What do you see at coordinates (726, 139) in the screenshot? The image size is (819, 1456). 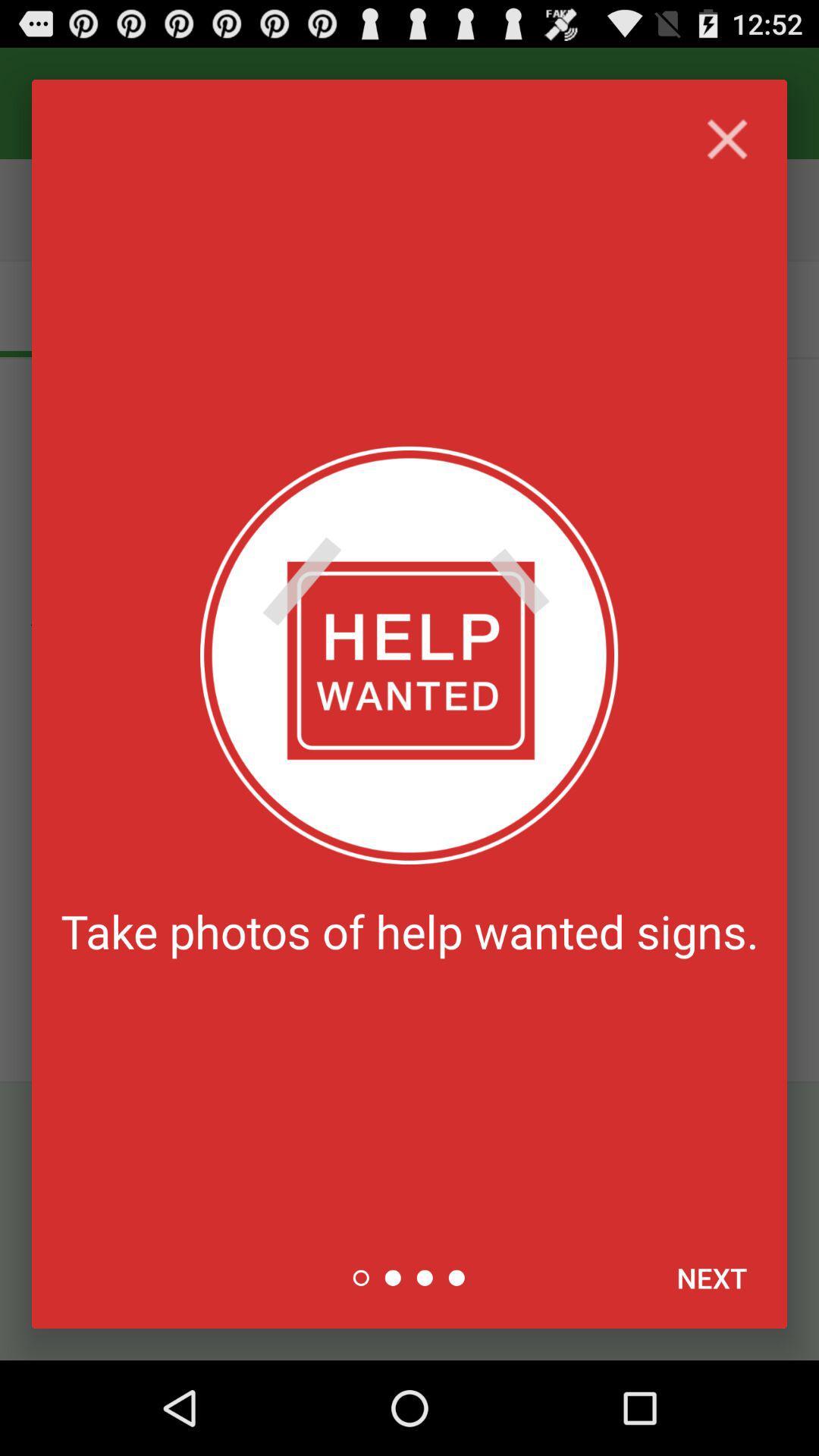 I see `page` at bounding box center [726, 139].